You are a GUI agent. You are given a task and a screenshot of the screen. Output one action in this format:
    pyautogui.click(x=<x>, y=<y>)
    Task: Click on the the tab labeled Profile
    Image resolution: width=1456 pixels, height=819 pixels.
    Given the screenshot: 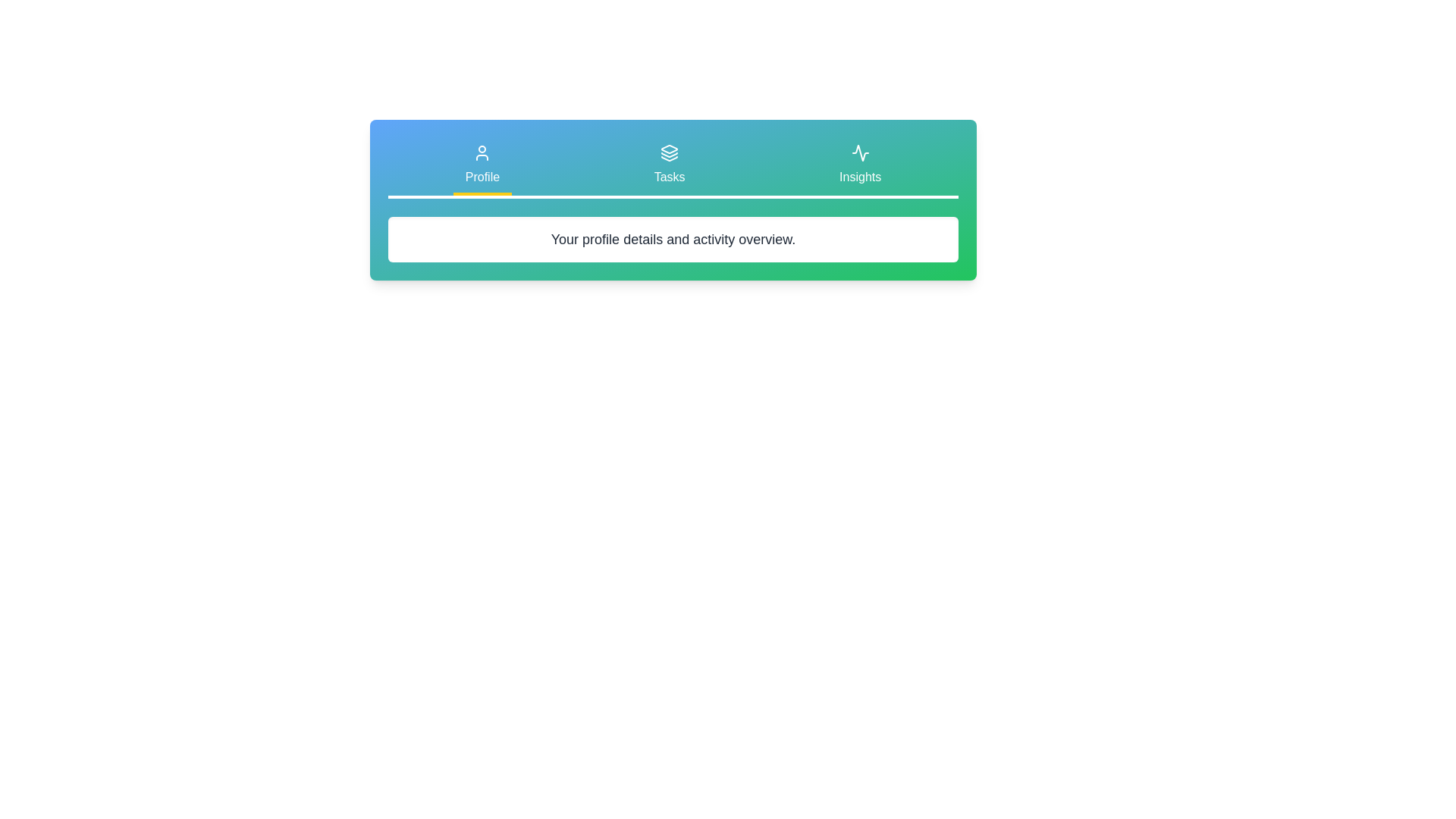 What is the action you would take?
    pyautogui.click(x=481, y=166)
    